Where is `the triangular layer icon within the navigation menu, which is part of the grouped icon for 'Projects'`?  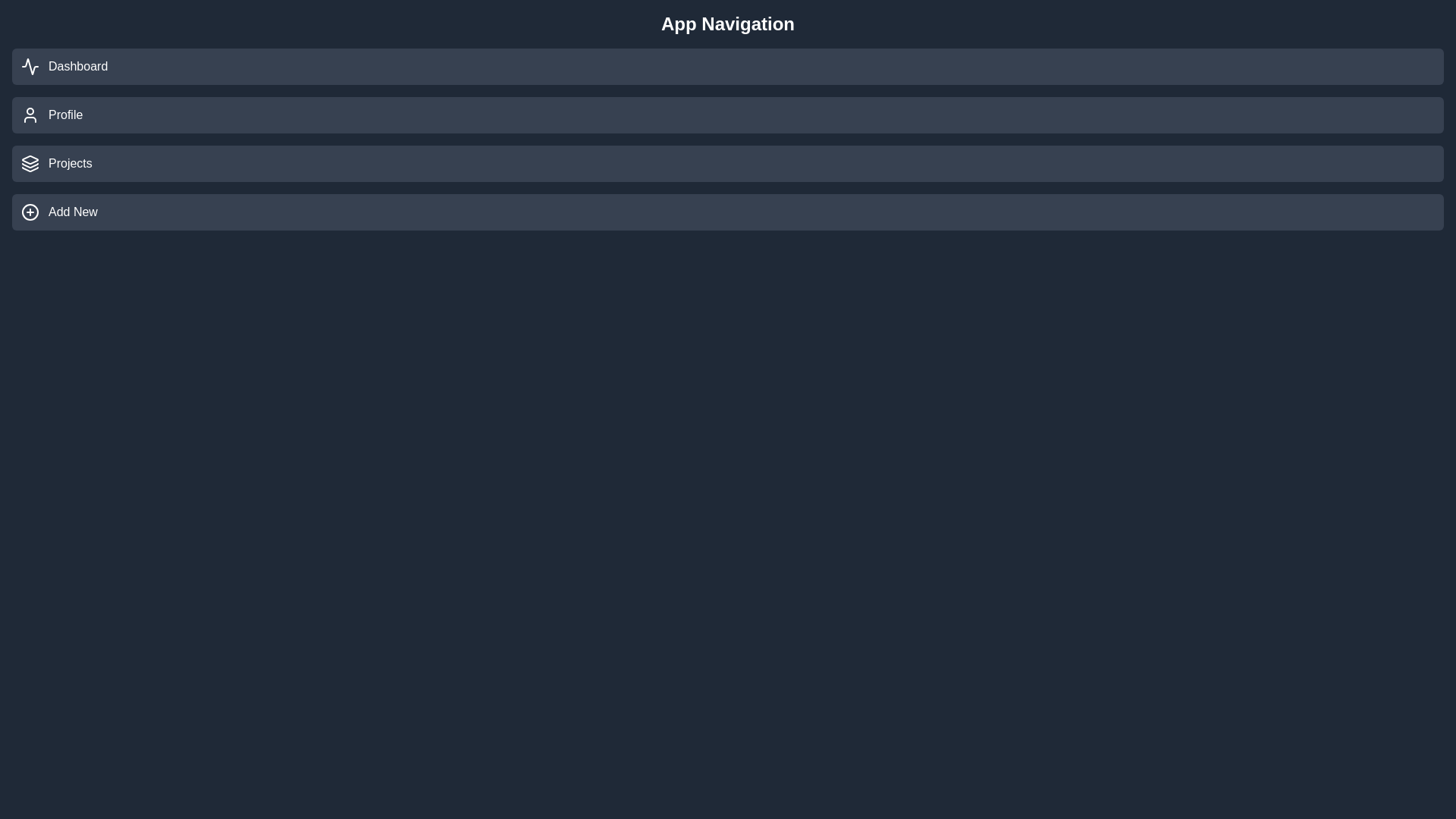
the triangular layer icon within the navigation menu, which is part of the grouped icon for 'Projects' is located at coordinates (30, 160).